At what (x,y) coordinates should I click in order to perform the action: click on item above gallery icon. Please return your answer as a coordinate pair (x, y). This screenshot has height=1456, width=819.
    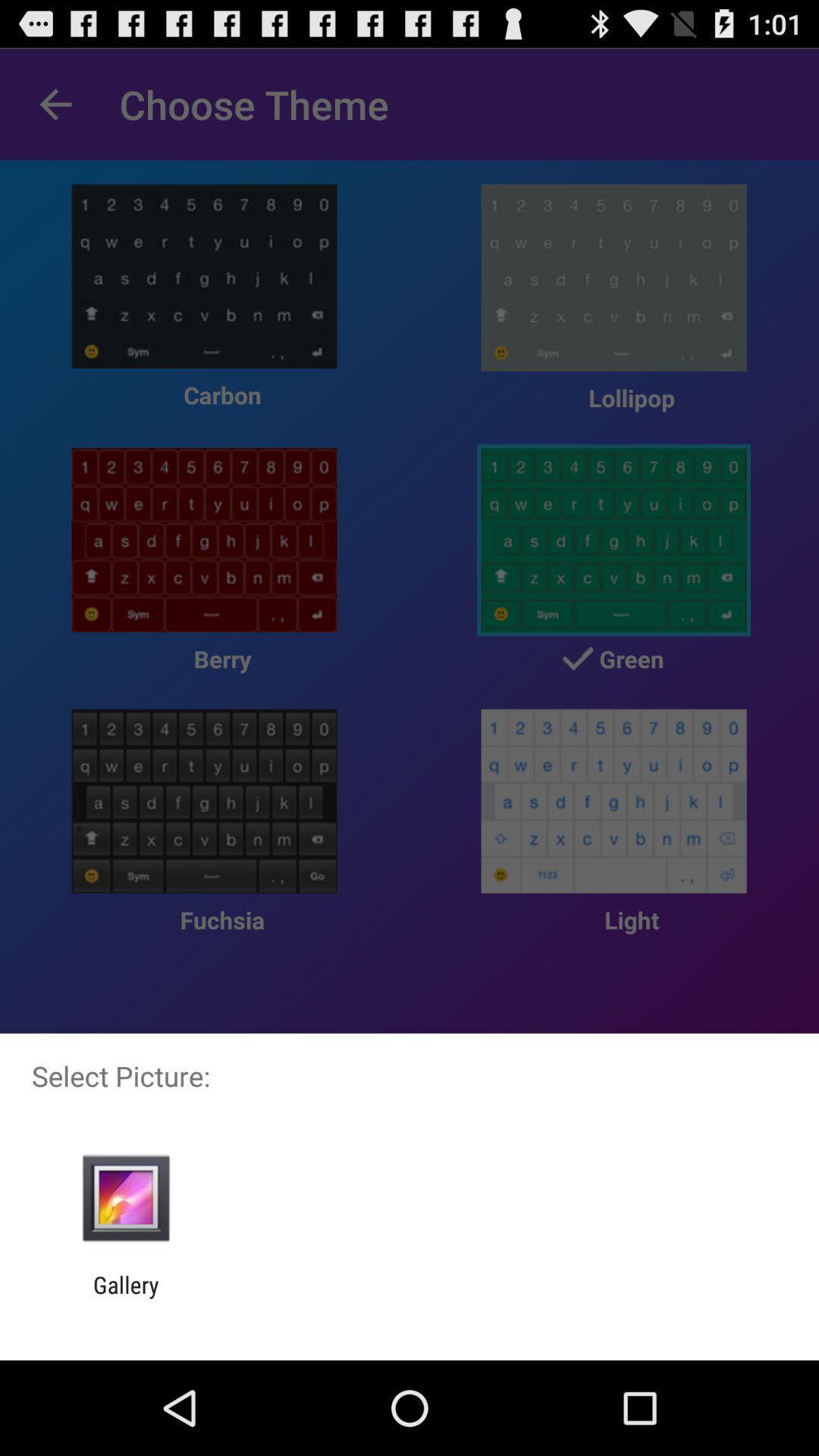
    Looking at the image, I should click on (125, 1197).